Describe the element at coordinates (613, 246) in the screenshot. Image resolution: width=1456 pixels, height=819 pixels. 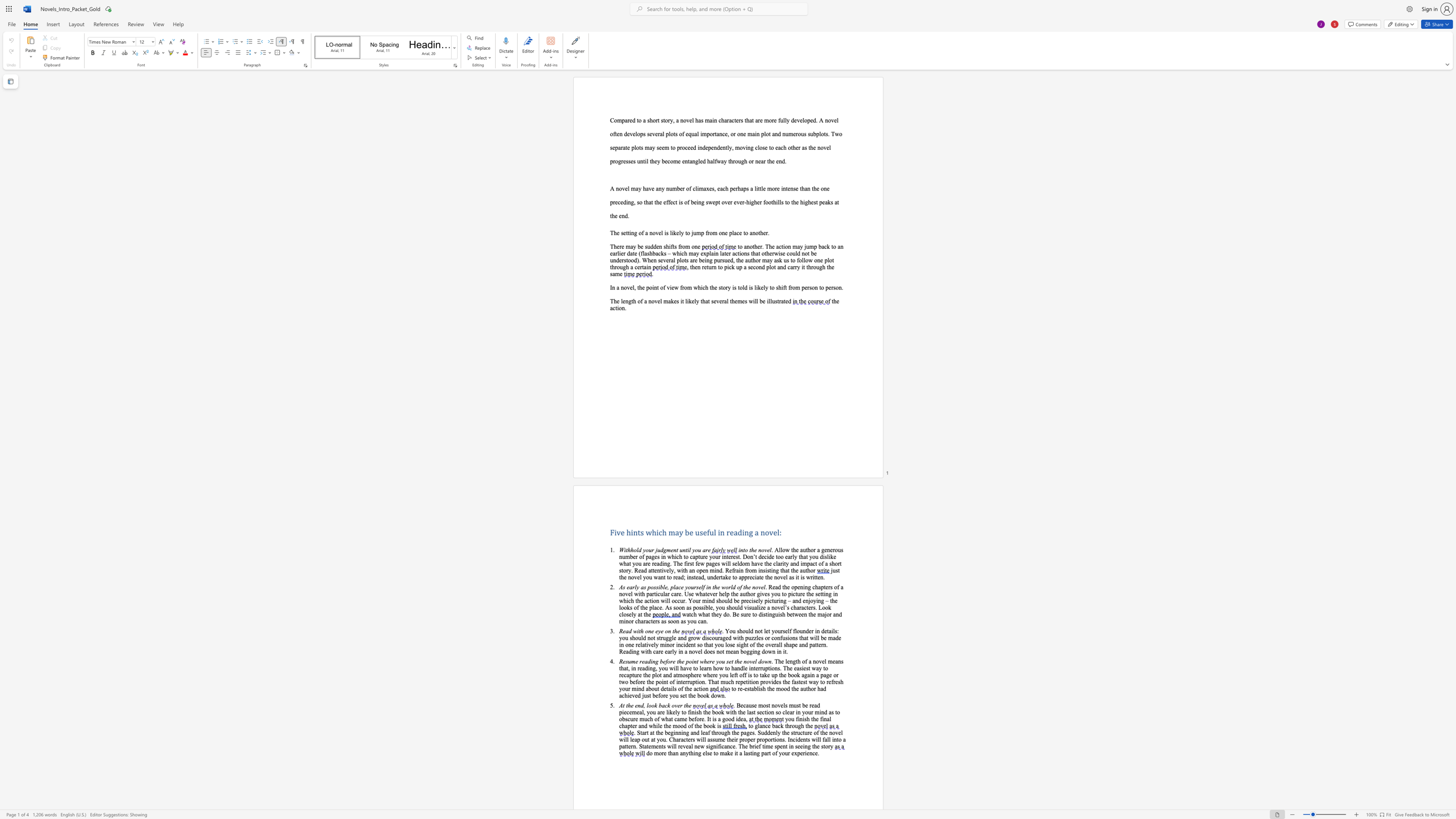
I see `the subset text "here may be sudden s" within the text "There may be sudden shifts from one"` at that location.